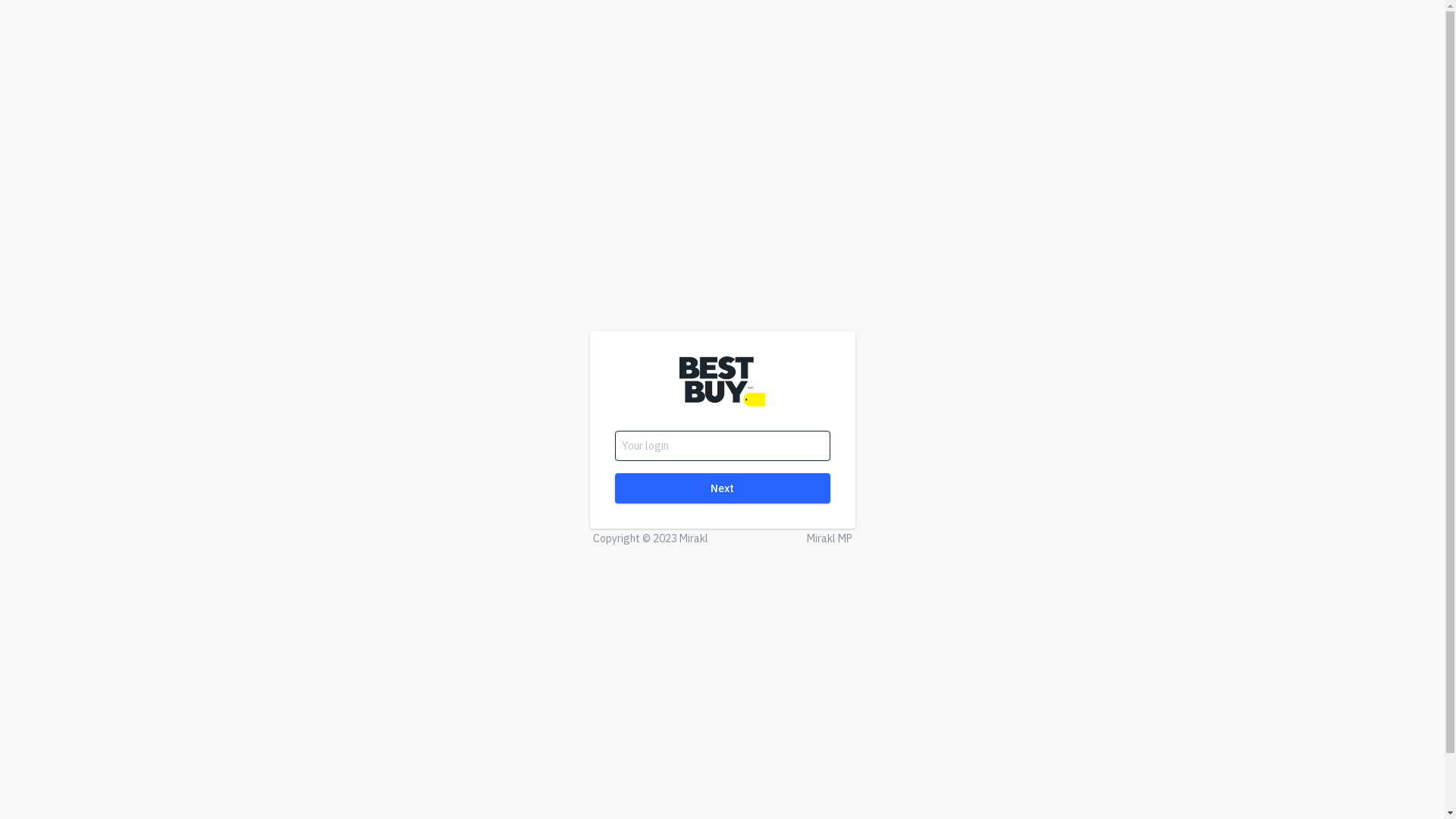 This screenshot has width=1456, height=819. I want to click on 'Next', so click(720, 488).